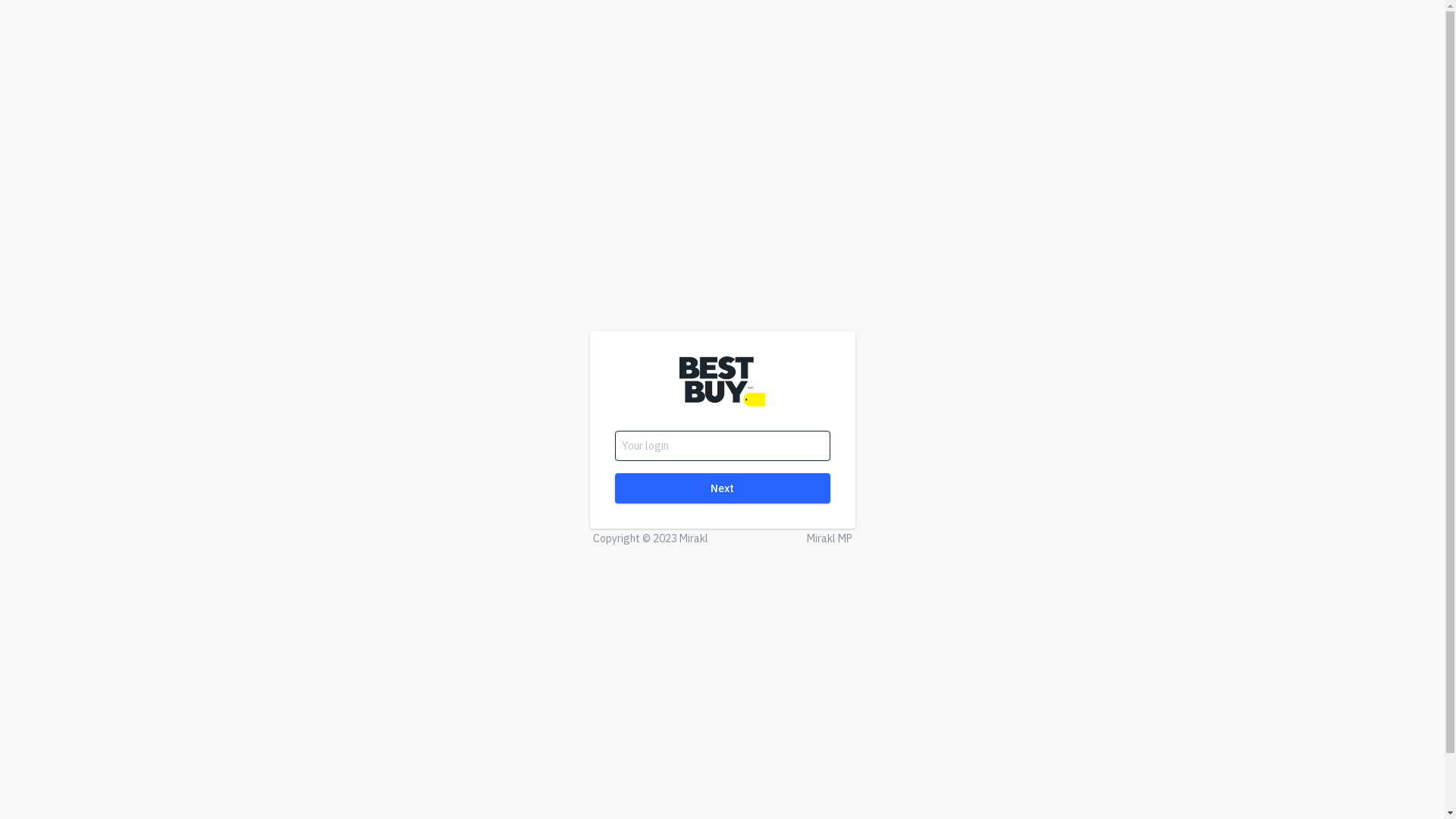 This screenshot has width=1456, height=819. I want to click on 'Next', so click(720, 488).